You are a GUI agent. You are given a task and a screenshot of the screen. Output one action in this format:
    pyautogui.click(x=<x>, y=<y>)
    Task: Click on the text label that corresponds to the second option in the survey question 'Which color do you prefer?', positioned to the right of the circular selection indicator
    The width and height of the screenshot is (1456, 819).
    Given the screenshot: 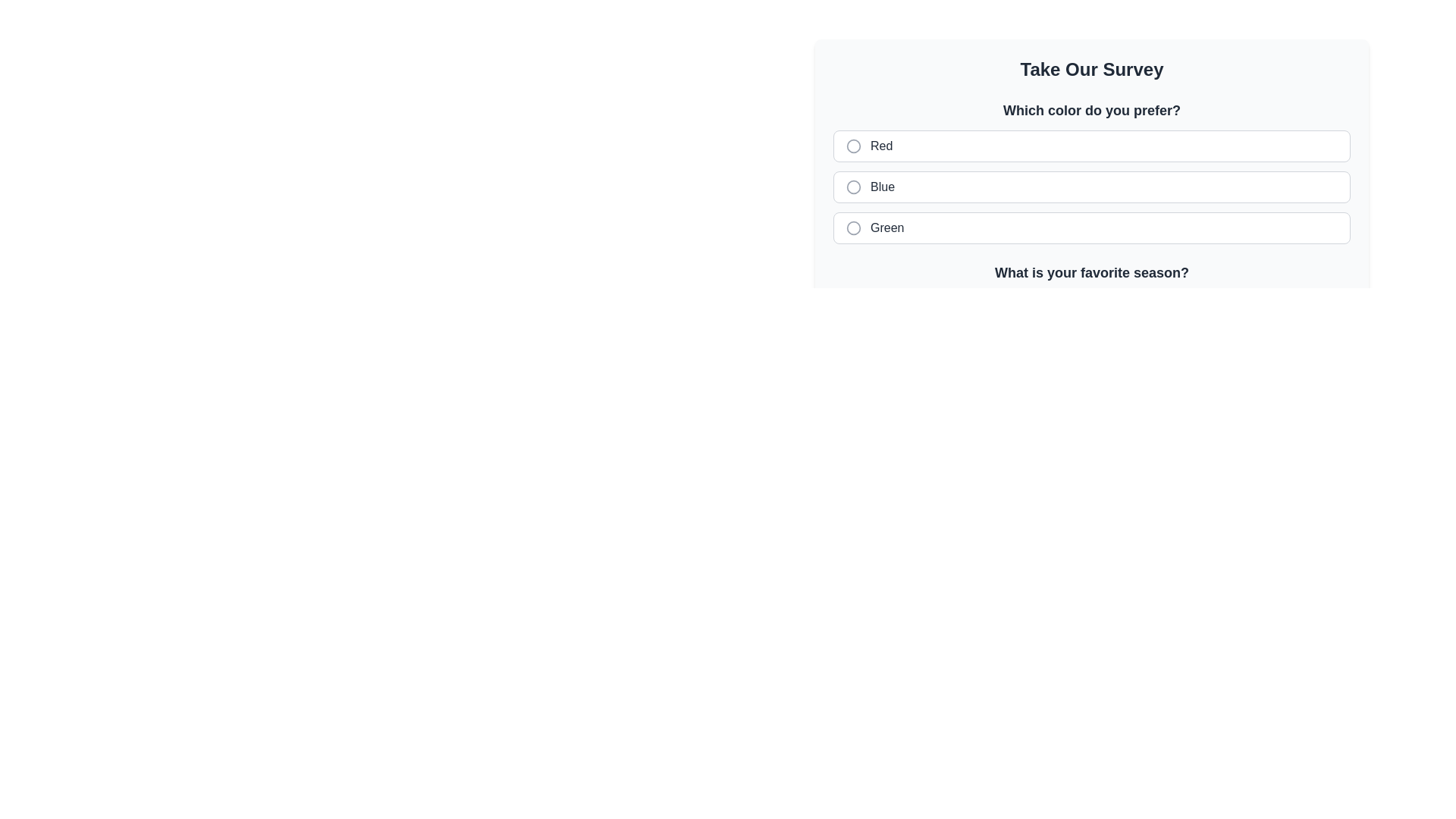 What is the action you would take?
    pyautogui.click(x=883, y=186)
    